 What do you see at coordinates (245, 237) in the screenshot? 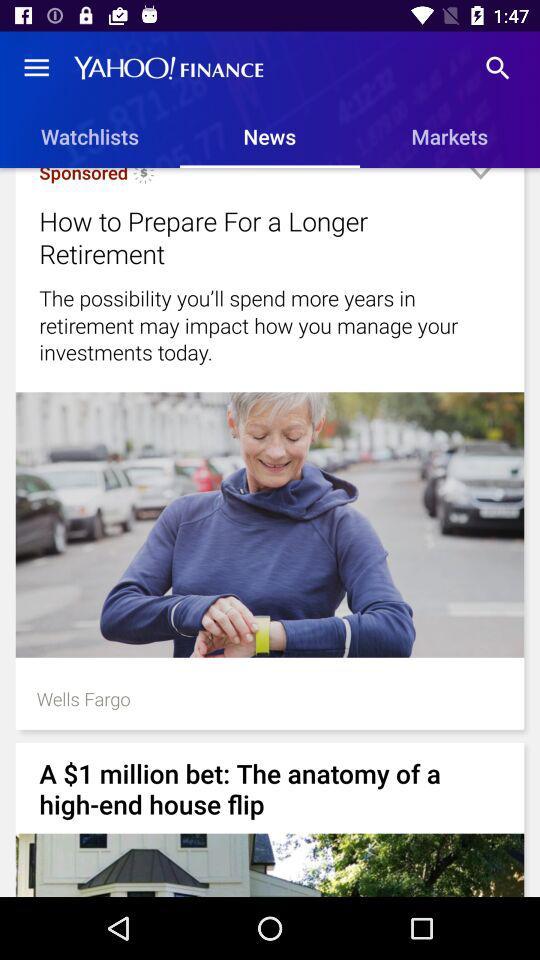
I see `the how to prepare item` at bounding box center [245, 237].